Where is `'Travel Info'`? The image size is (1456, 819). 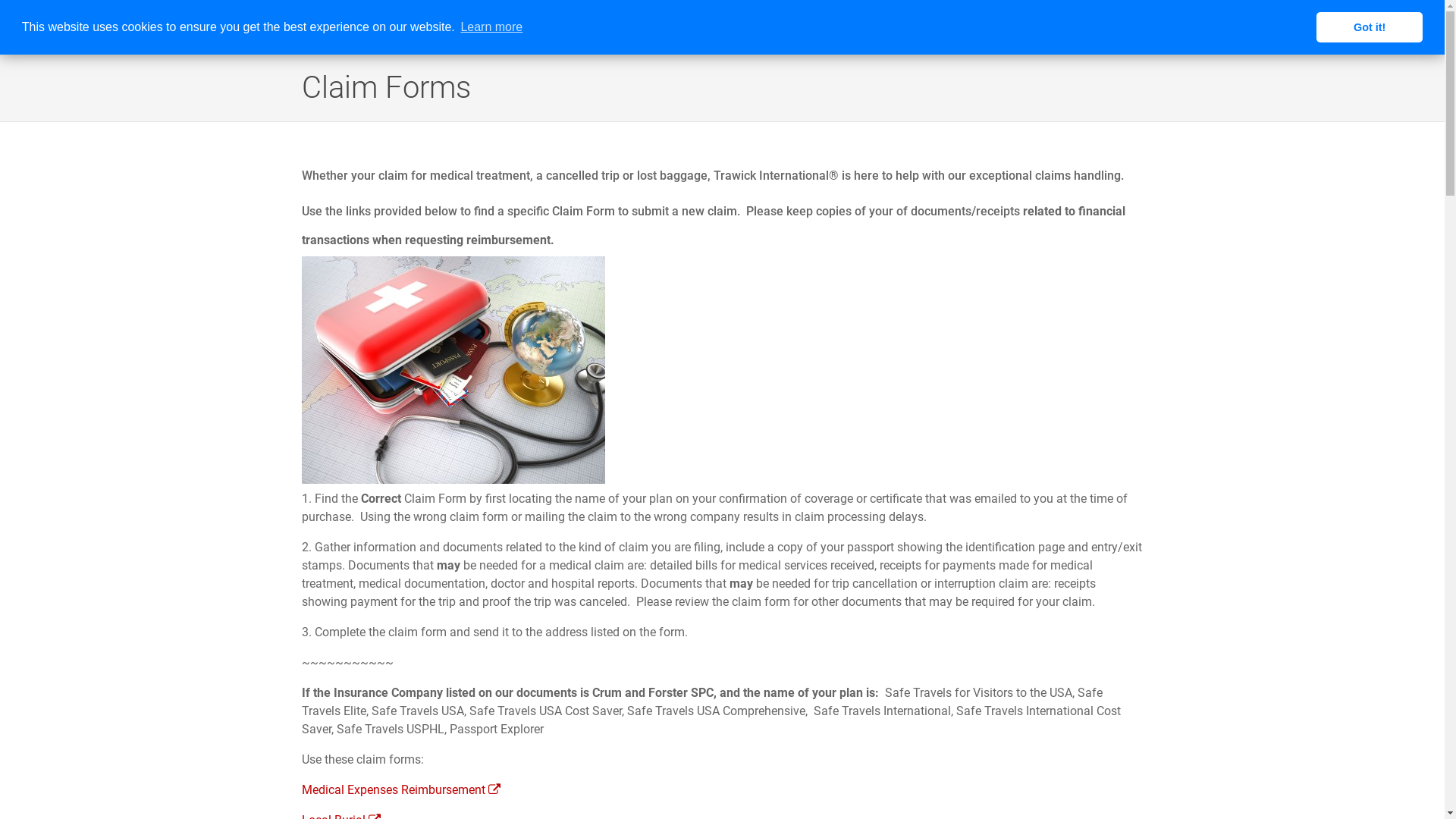
'Travel Info' is located at coordinates (1150, 27).